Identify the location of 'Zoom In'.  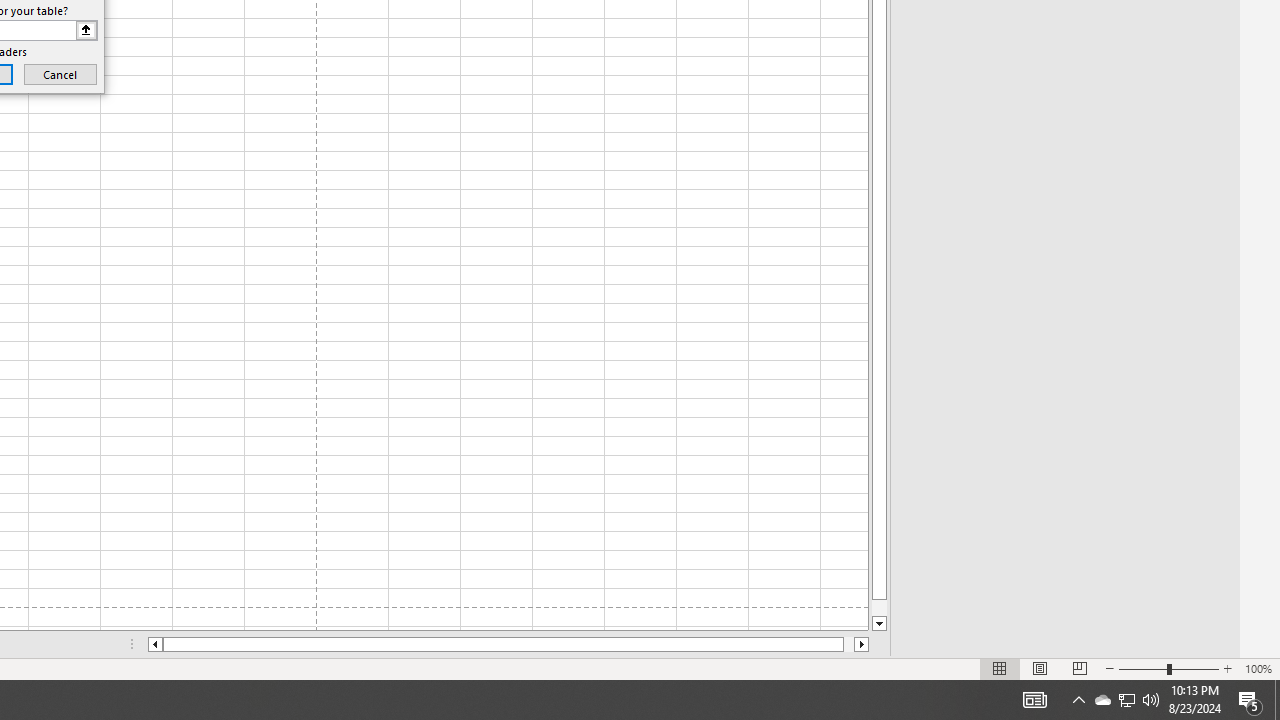
(1226, 669).